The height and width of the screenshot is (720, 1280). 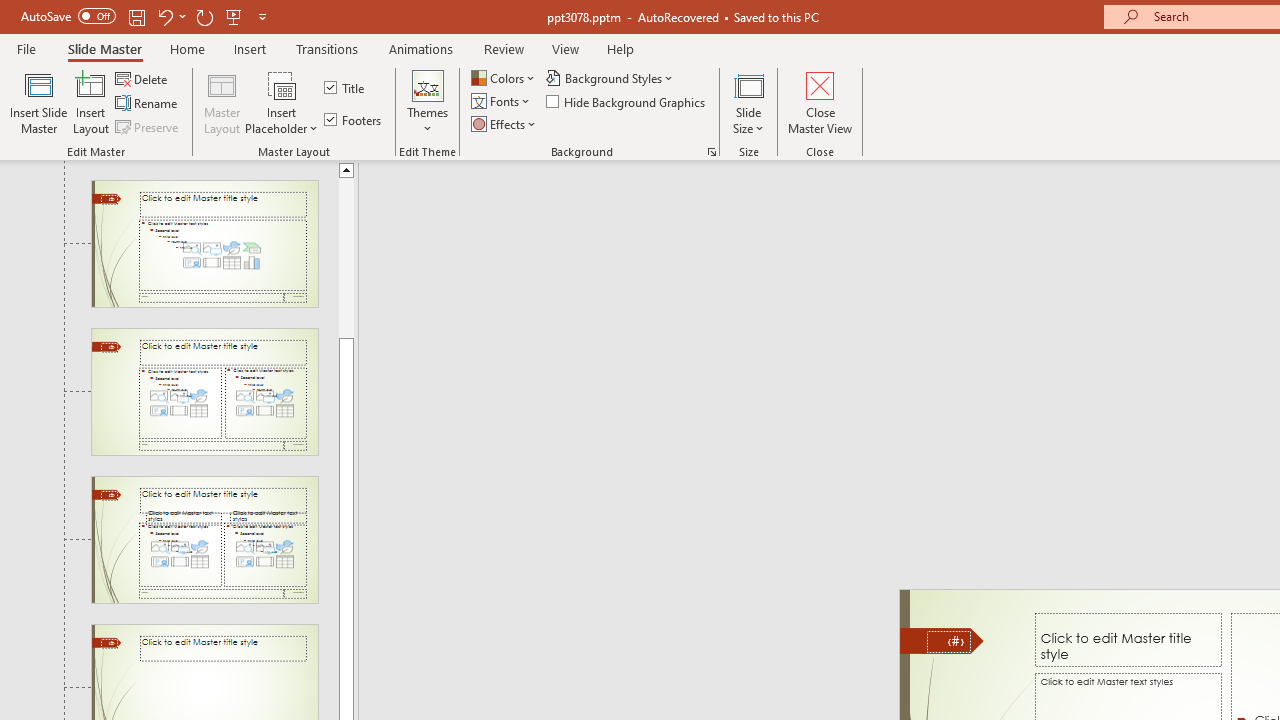 What do you see at coordinates (948, 641) in the screenshot?
I see `'Slide Number'` at bounding box center [948, 641].